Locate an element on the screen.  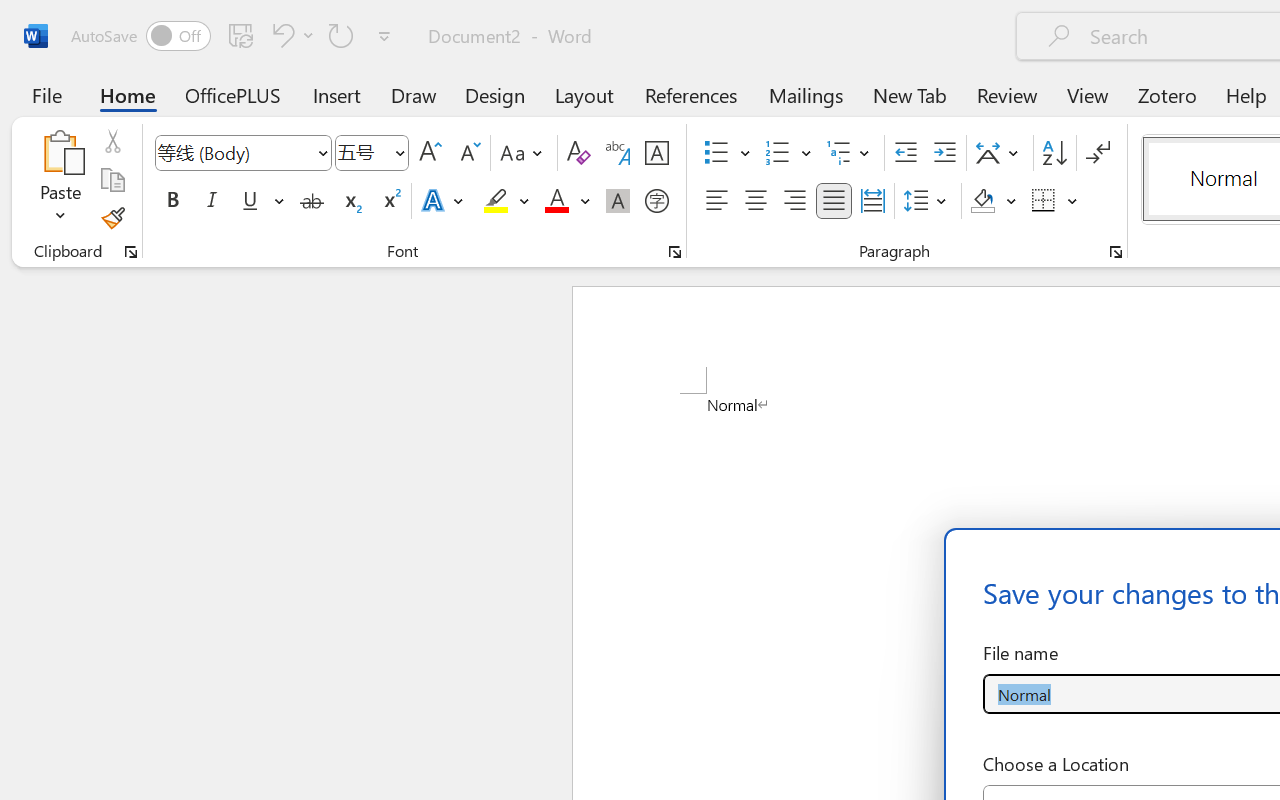
'Font...' is located at coordinates (675, 251).